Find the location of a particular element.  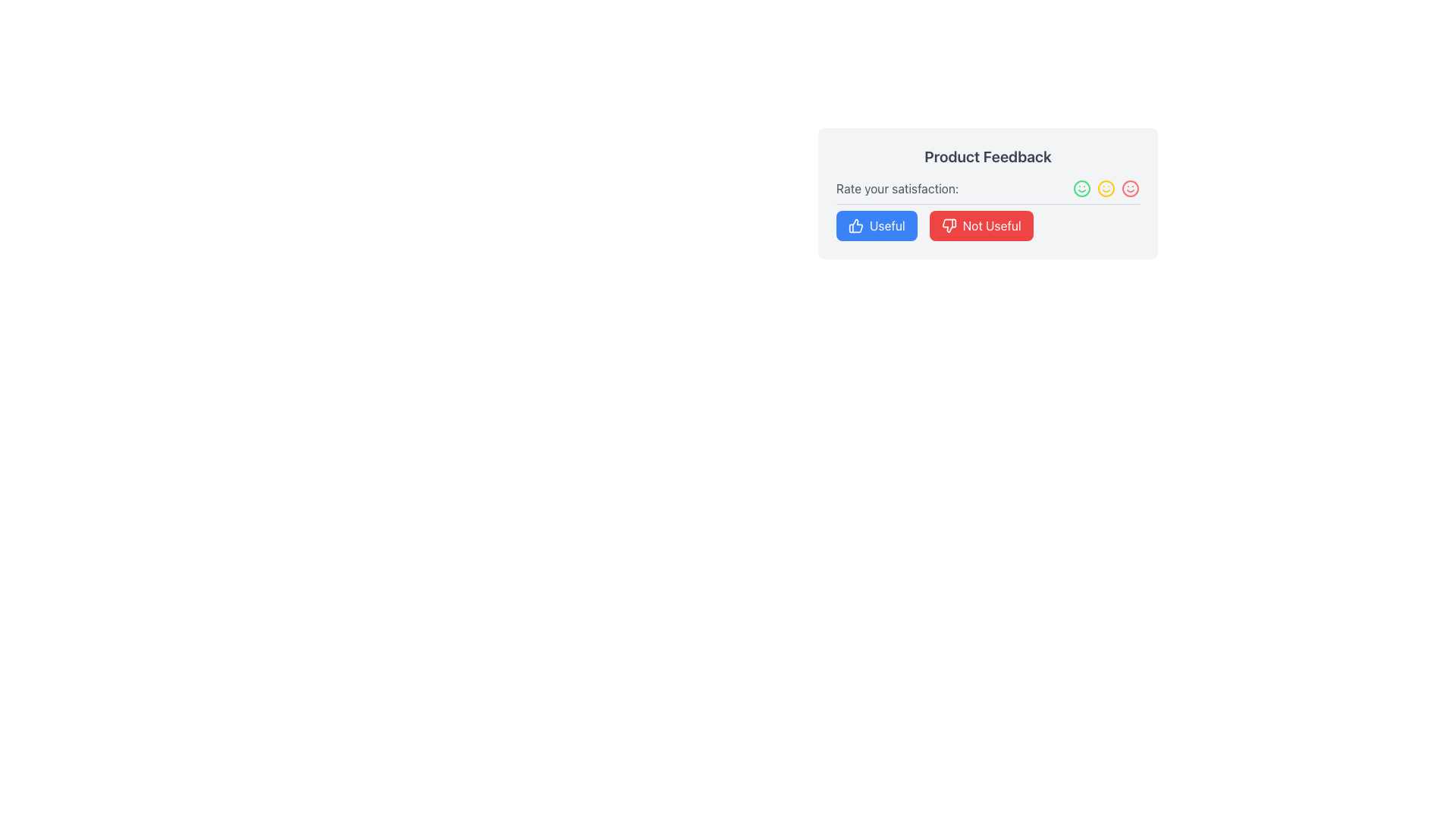

the yellow smiley face icon in the 'Rate your satisfaction' section is located at coordinates (1106, 188).